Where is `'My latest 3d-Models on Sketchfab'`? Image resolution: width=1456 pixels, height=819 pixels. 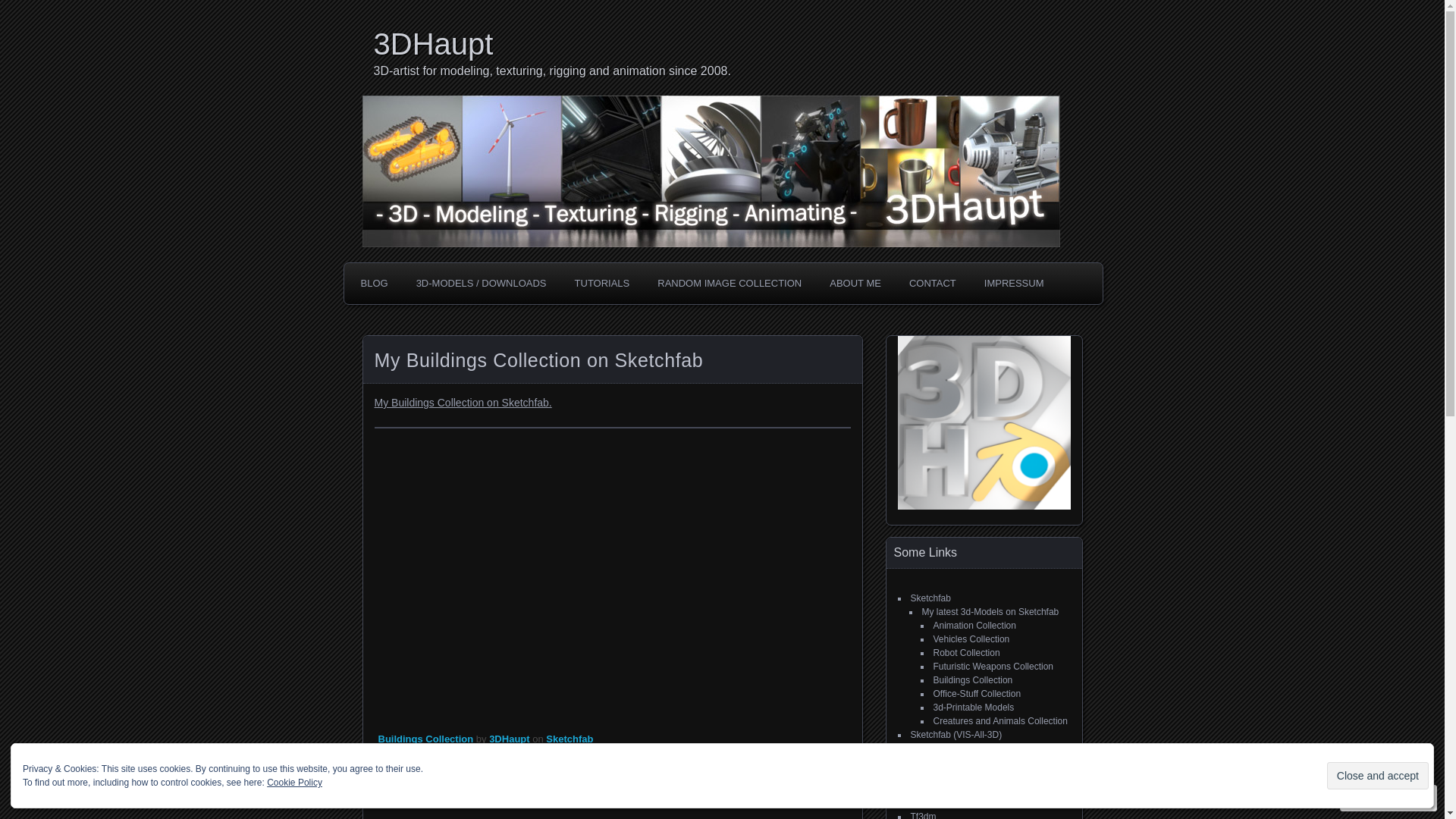 'My latest 3d-Models on Sketchfab' is located at coordinates (990, 610).